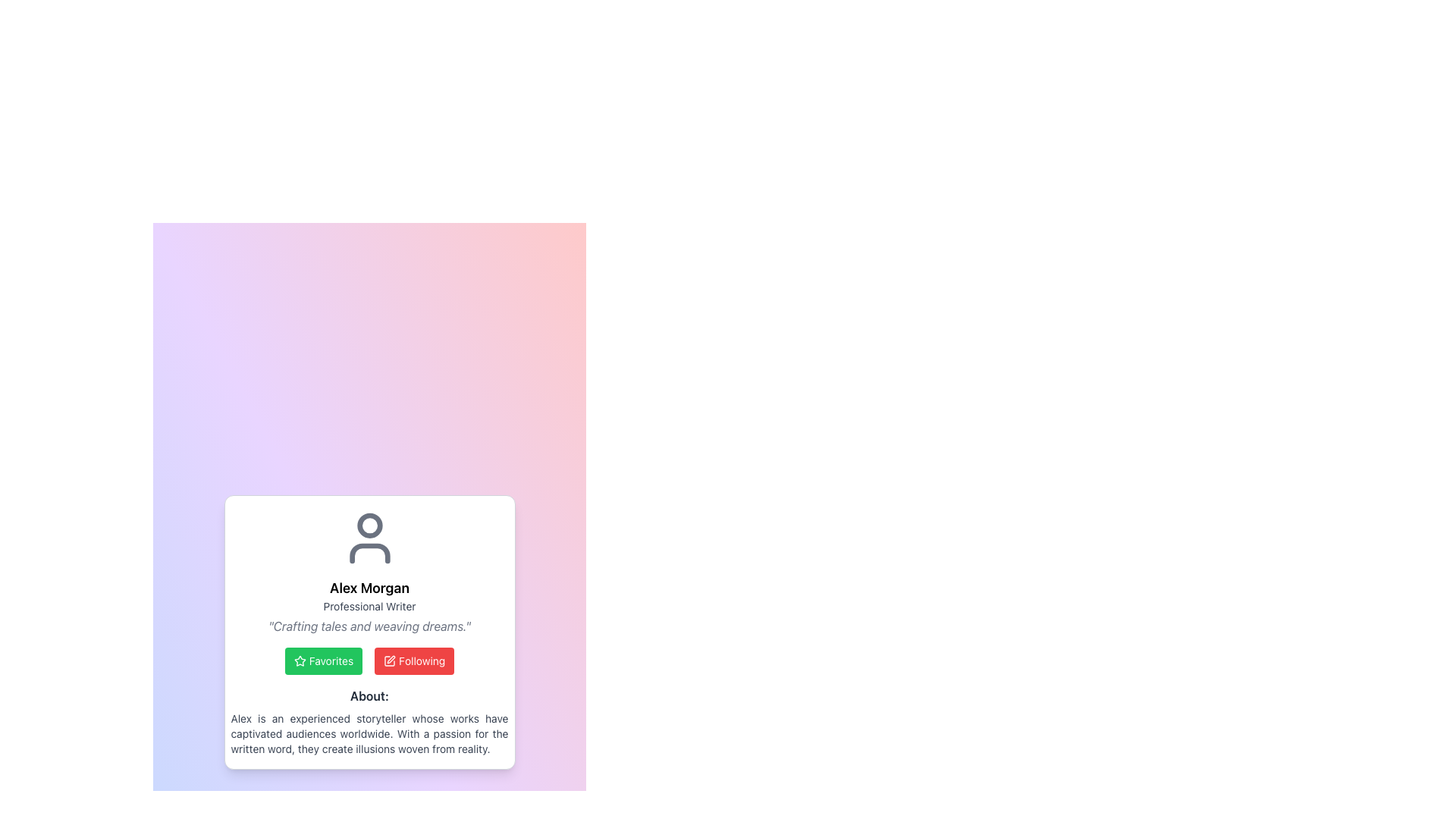  Describe the element at coordinates (390, 660) in the screenshot. I see `the small white icon with a pen overlay on the red 'Following' button, which is located in the lower section of the card interface` at that location.